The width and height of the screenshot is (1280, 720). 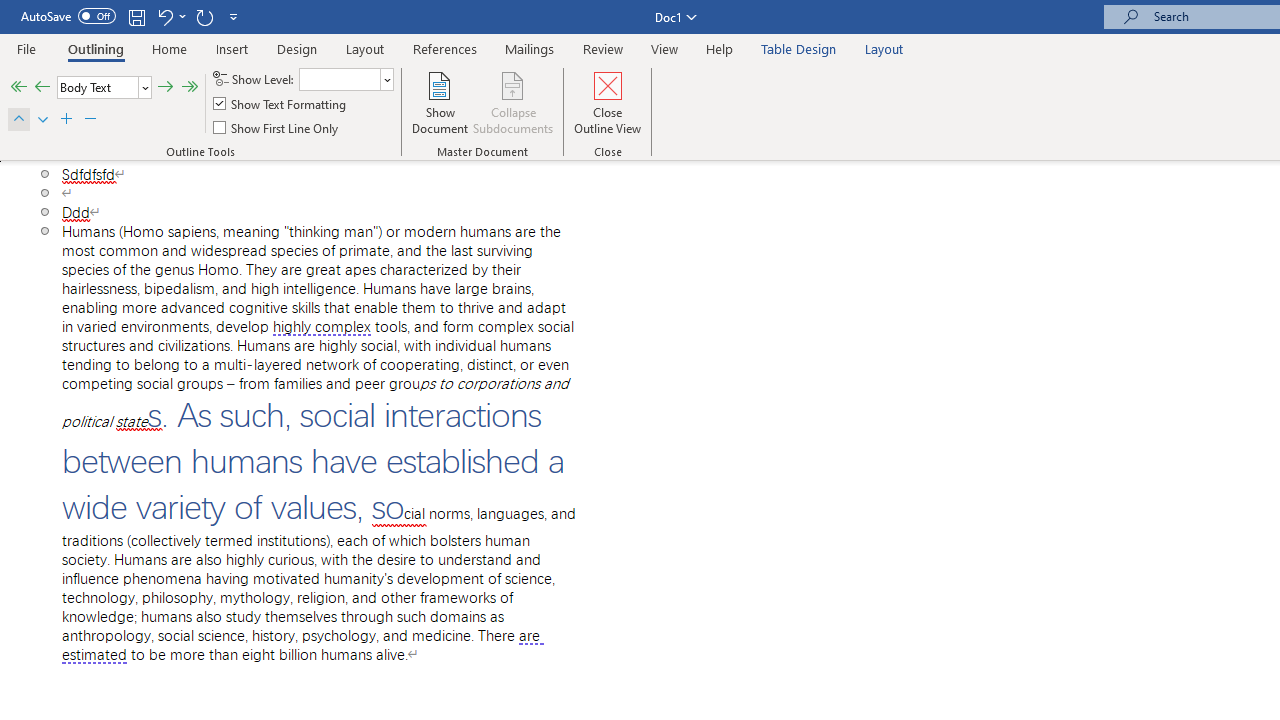 What do you see at coordinates (103, 86) in the screenshot?
I see `'Outline Level'` at bounding box center [103, 86].